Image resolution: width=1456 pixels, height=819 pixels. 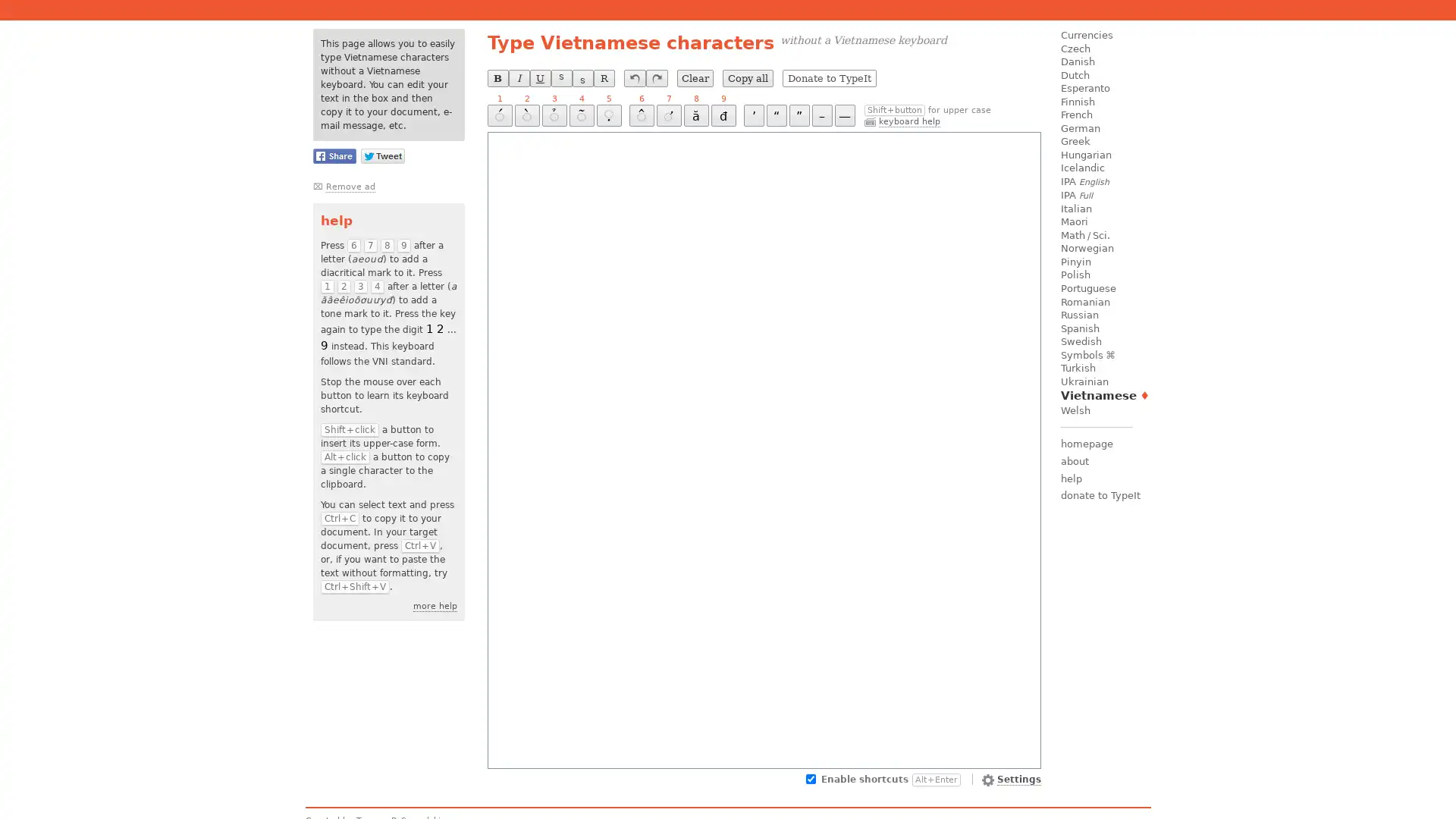 I want to click on I, so click(x=518, y=78).